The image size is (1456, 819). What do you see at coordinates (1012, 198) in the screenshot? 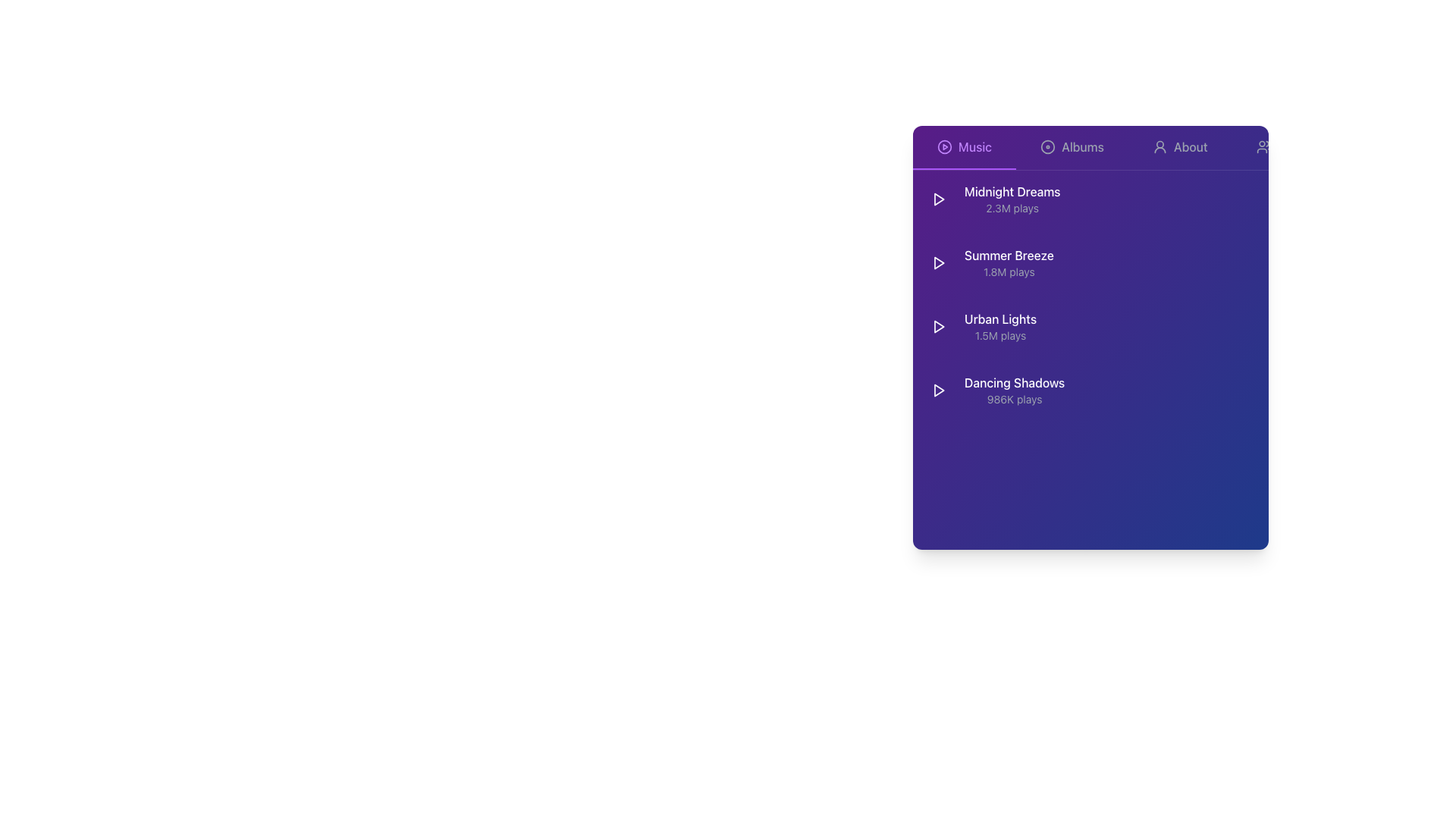
I see `the 'Midnight Dreams' text label, which is the first item in the list of music tracks and is accompanied by a play icon on its left` at bounding box center [1012, 198].